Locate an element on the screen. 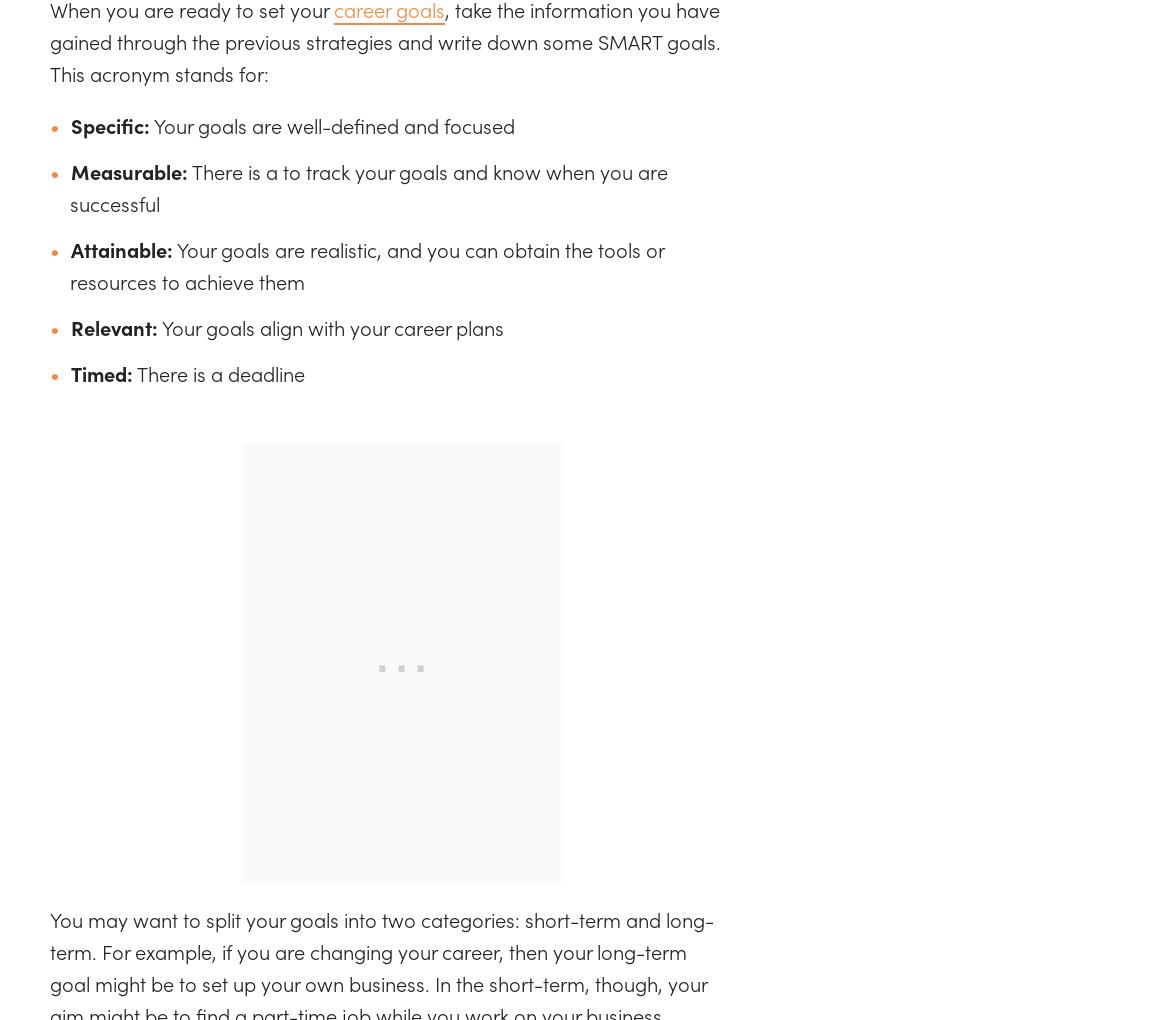 The height and width of the screenshot is (1020, 1150). 'Your goals are realistic, and you can obtain the tools or resources to achieve them' is located at coordinates (366, 263).